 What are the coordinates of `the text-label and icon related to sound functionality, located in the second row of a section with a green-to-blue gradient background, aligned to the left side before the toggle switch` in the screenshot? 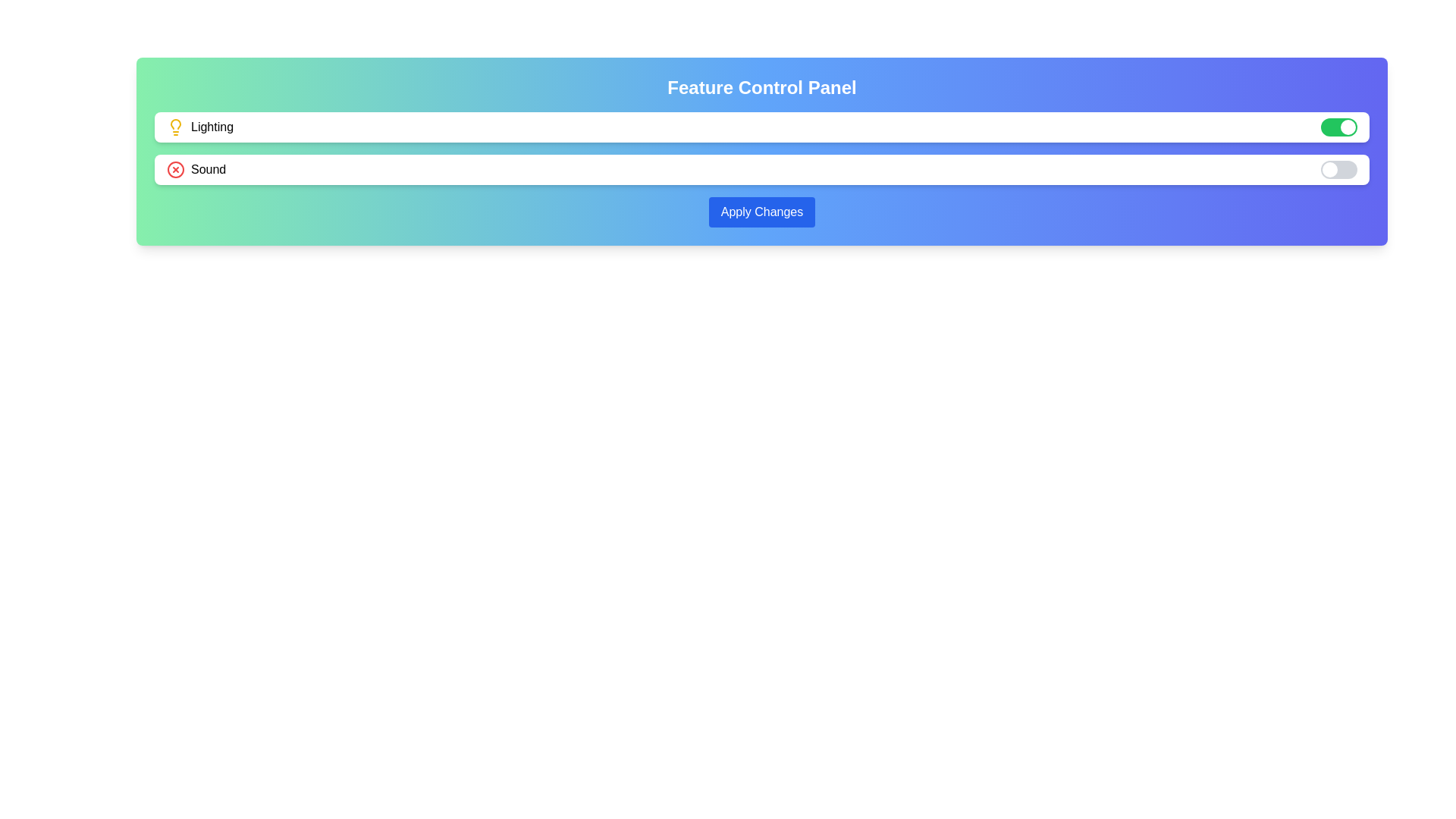 It's located at (196, 169).